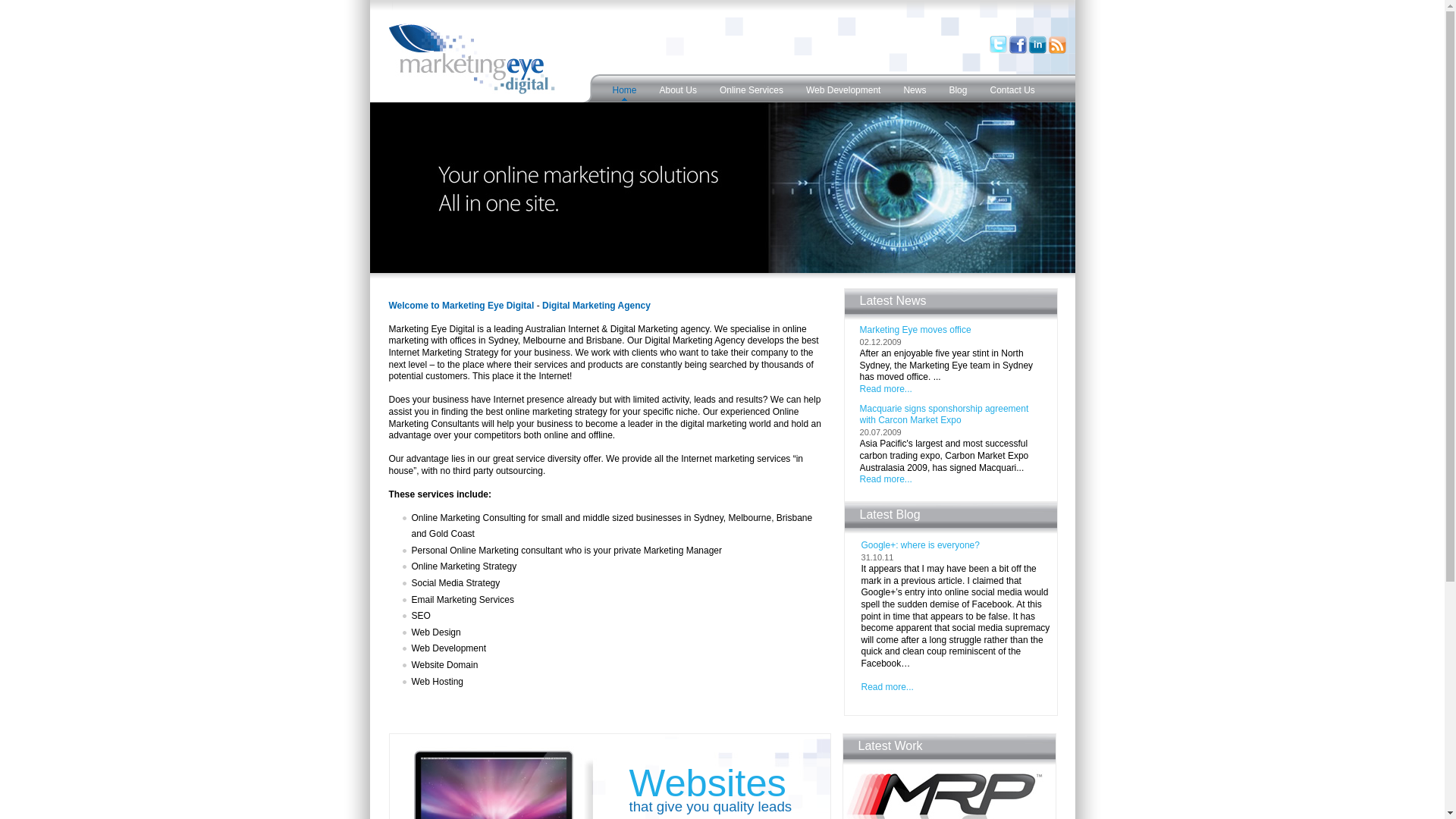  I want to click on 'Online Services', so click(751, 87).